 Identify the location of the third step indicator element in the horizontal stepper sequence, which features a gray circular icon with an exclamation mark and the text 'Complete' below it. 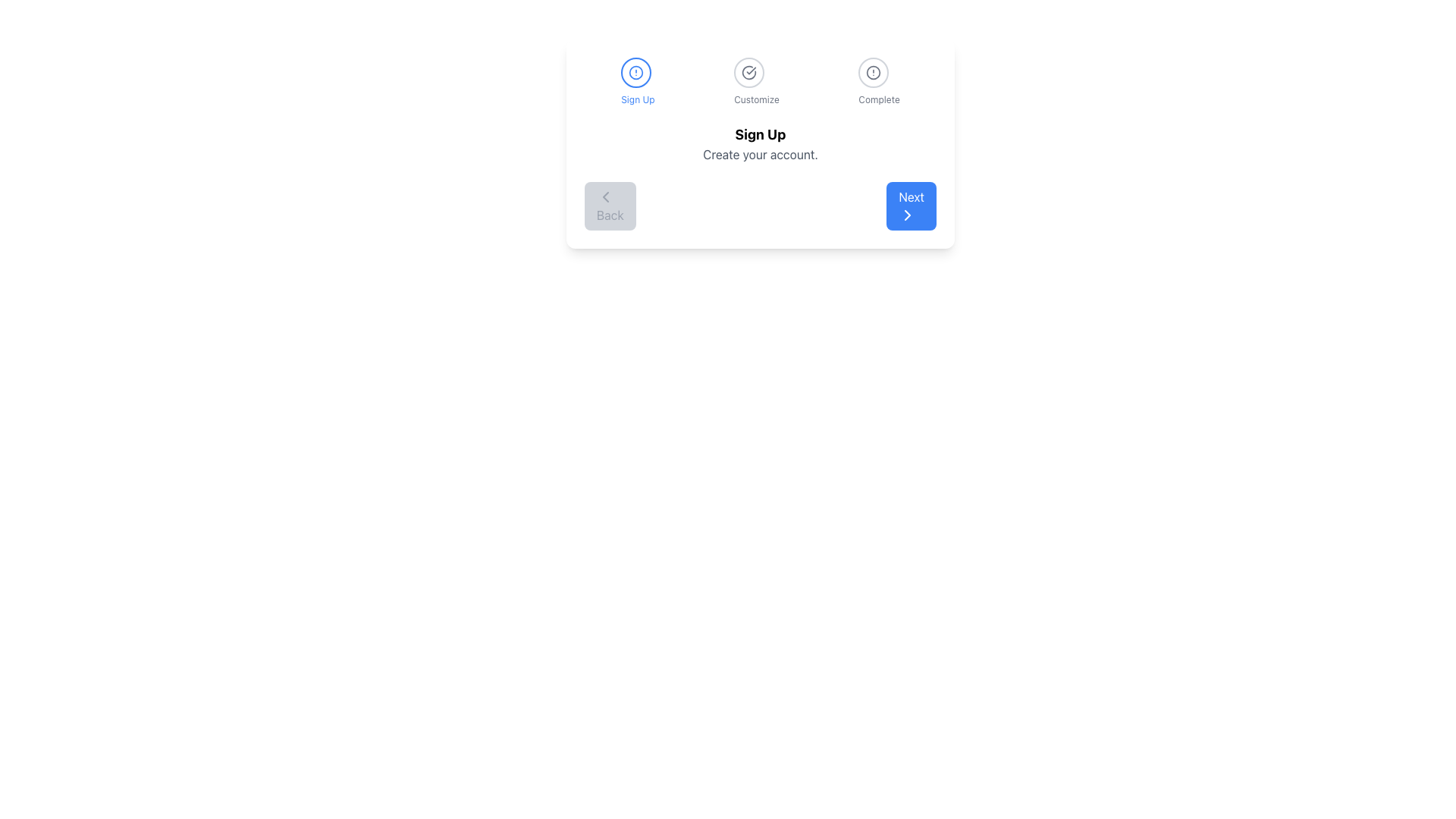
(879, 82).